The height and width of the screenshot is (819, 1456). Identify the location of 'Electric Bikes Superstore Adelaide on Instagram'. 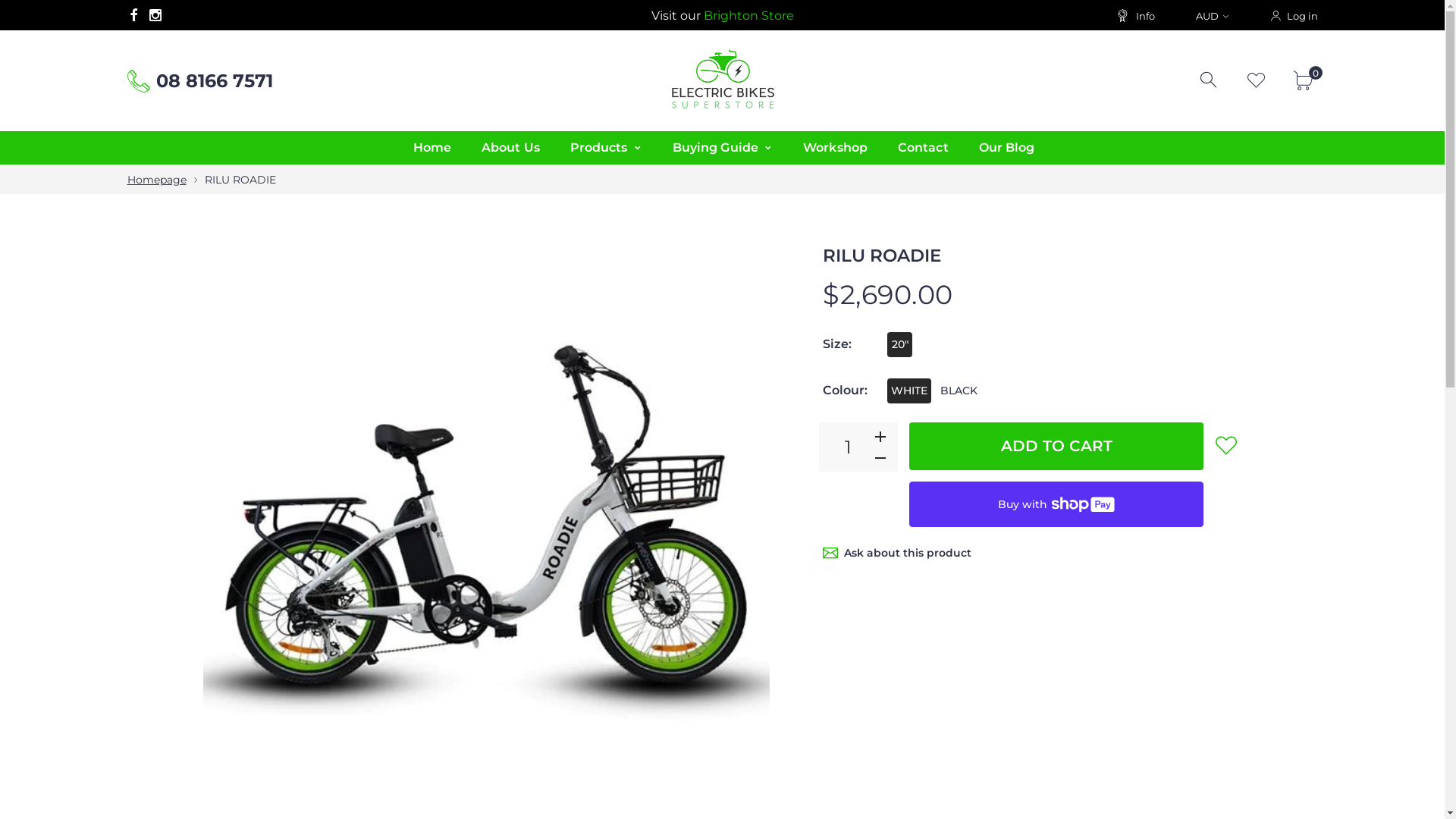
(144, 14).